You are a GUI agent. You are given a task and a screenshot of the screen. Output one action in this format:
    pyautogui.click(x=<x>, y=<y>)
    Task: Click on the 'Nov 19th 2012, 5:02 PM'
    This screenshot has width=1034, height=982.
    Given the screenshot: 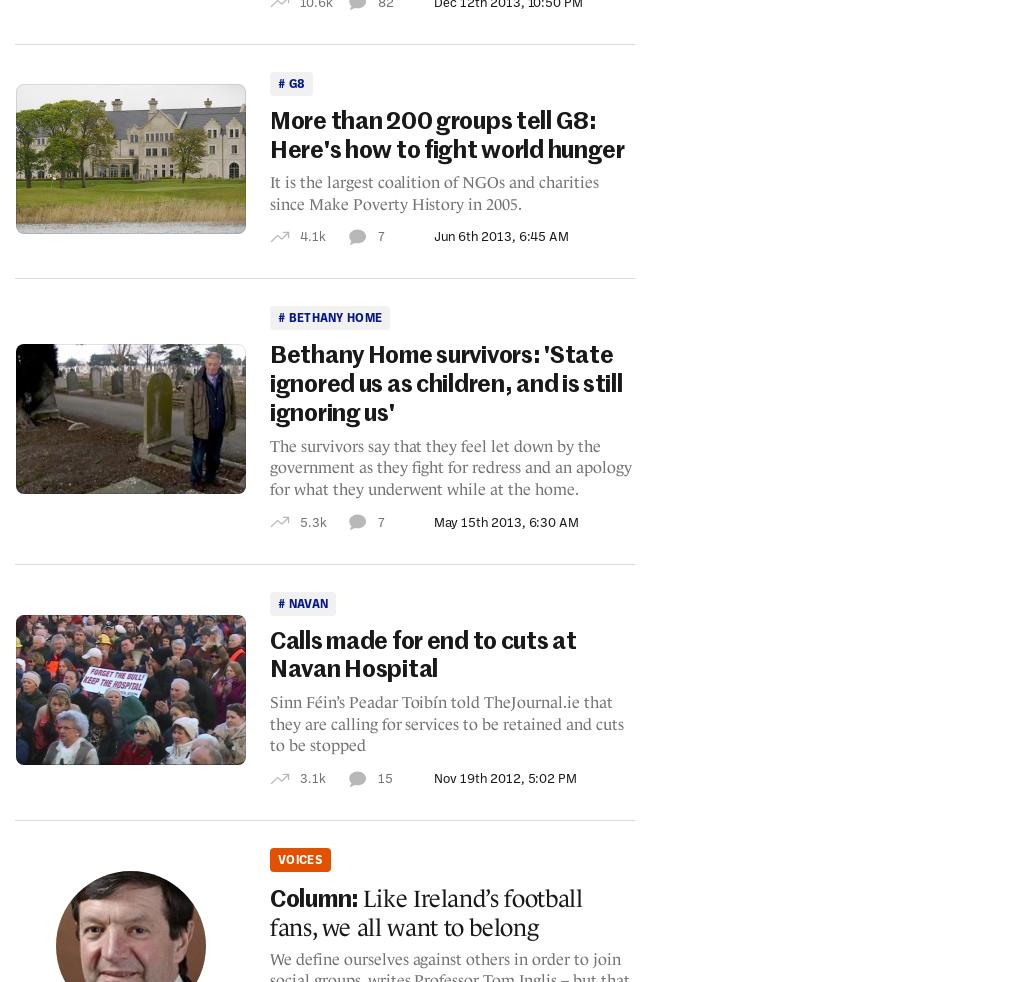 What is the action you would take?
    pyautogui.click(x=504, y=778)
    